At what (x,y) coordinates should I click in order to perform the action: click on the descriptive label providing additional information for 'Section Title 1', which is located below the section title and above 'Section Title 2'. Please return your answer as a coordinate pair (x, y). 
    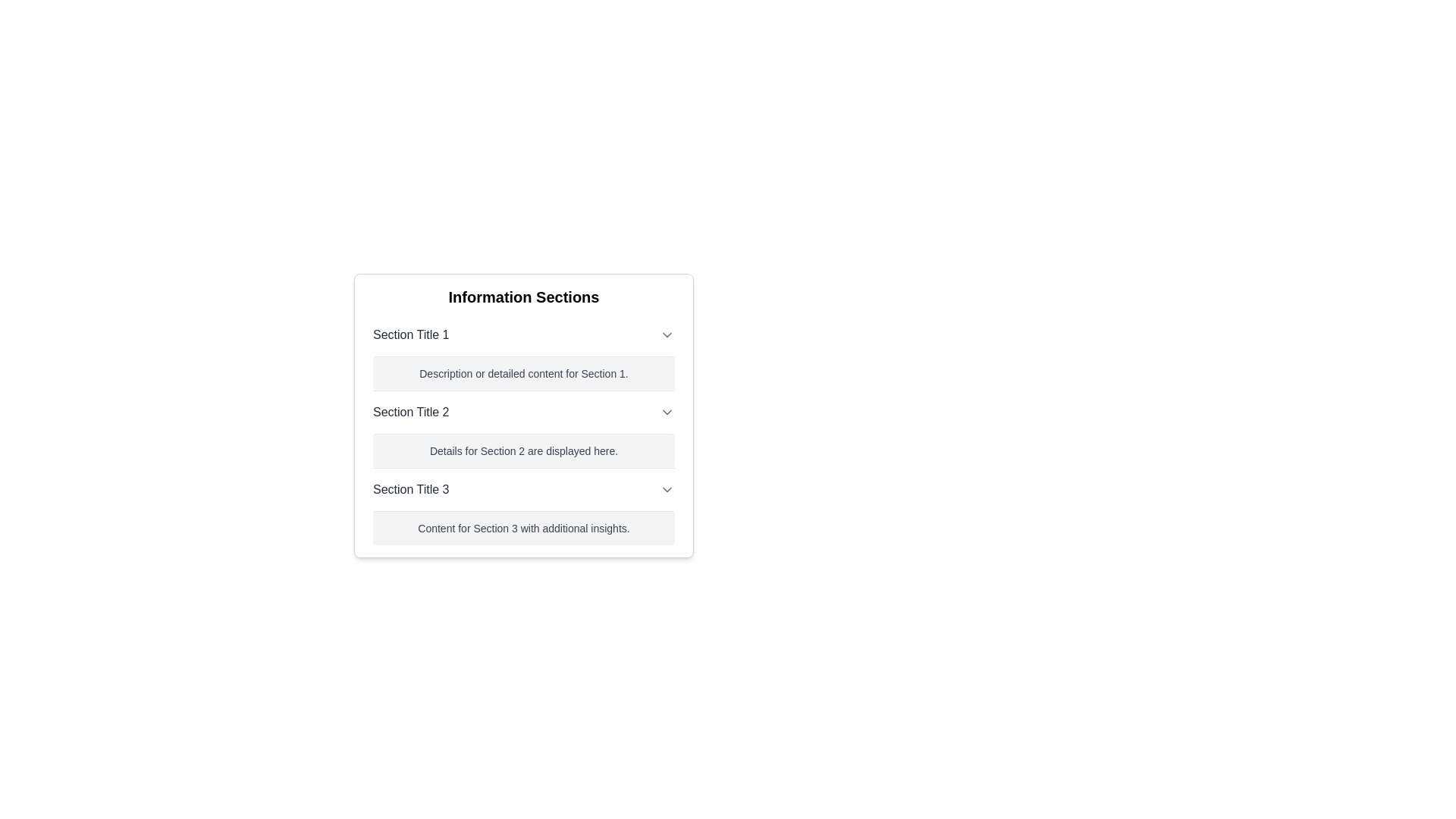
    Looking at the image, I should click on (524, 374).